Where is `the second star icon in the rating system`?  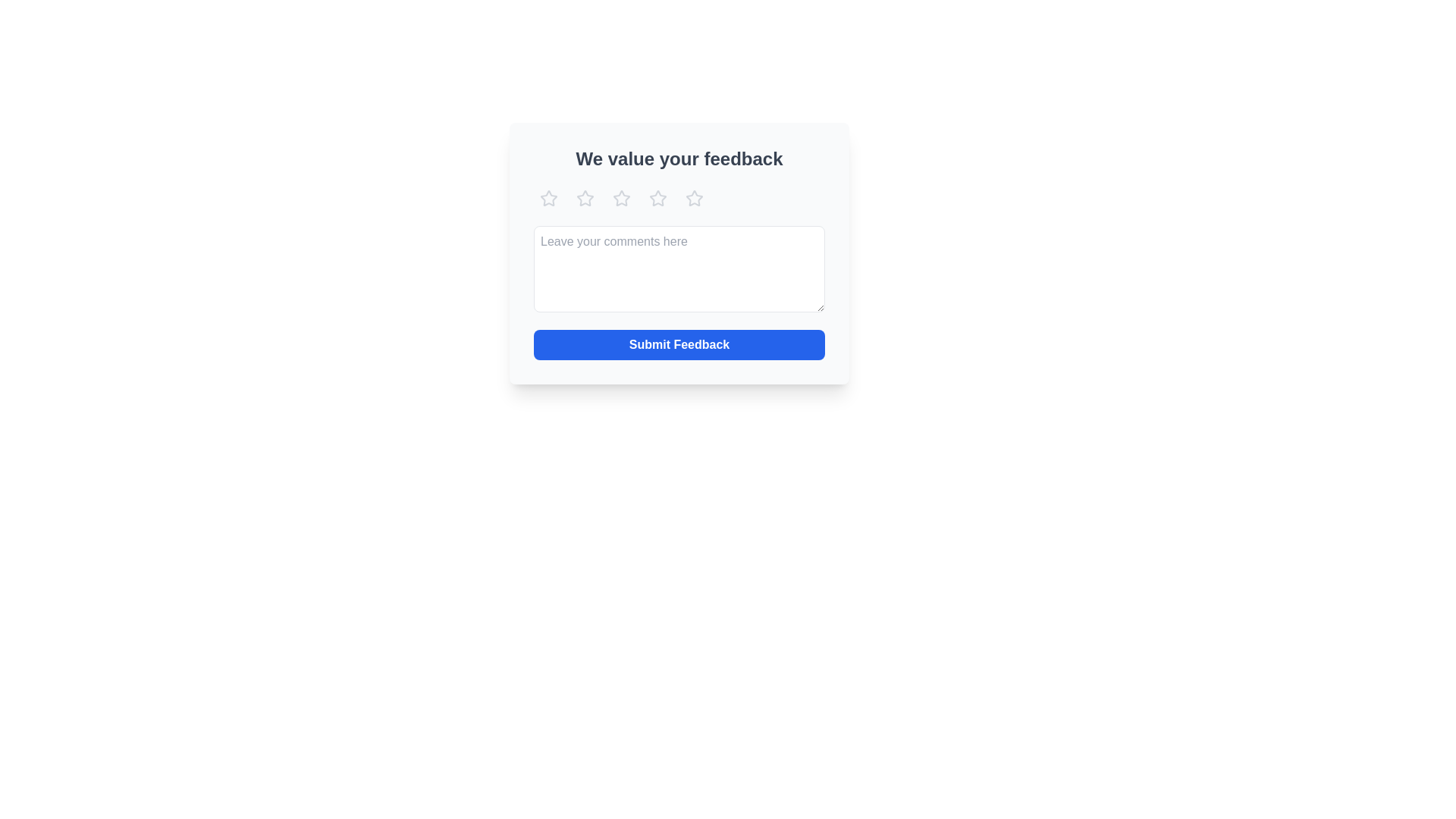 the second star icon in the rating system is located at coordinates (585, 197).